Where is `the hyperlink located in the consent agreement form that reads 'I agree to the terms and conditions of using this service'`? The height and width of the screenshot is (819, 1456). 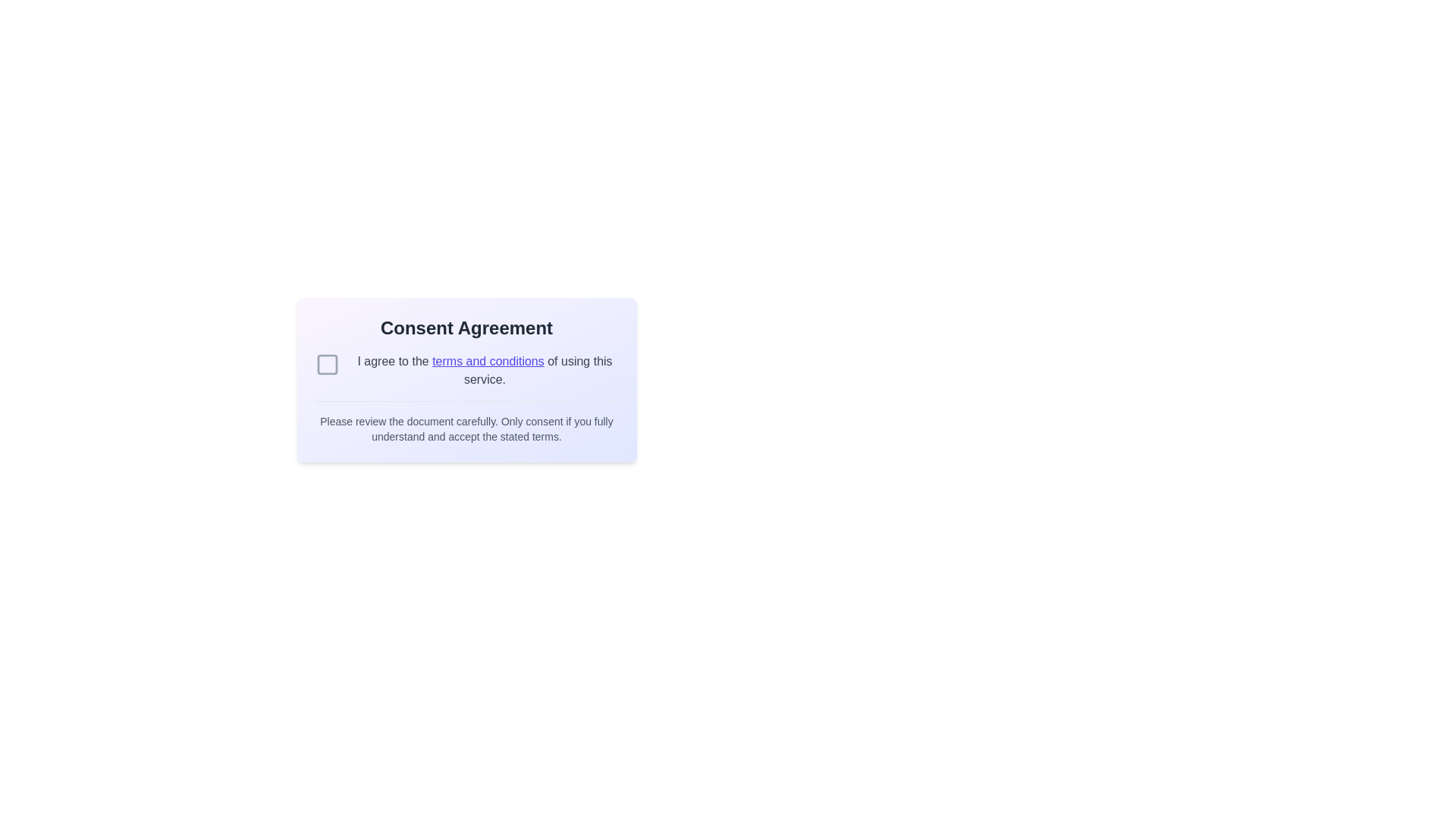
the hyperlink located in the consent agreement form that reads 'I agree to the terms and conditions of using this service' is located at coordinates (488, 361).